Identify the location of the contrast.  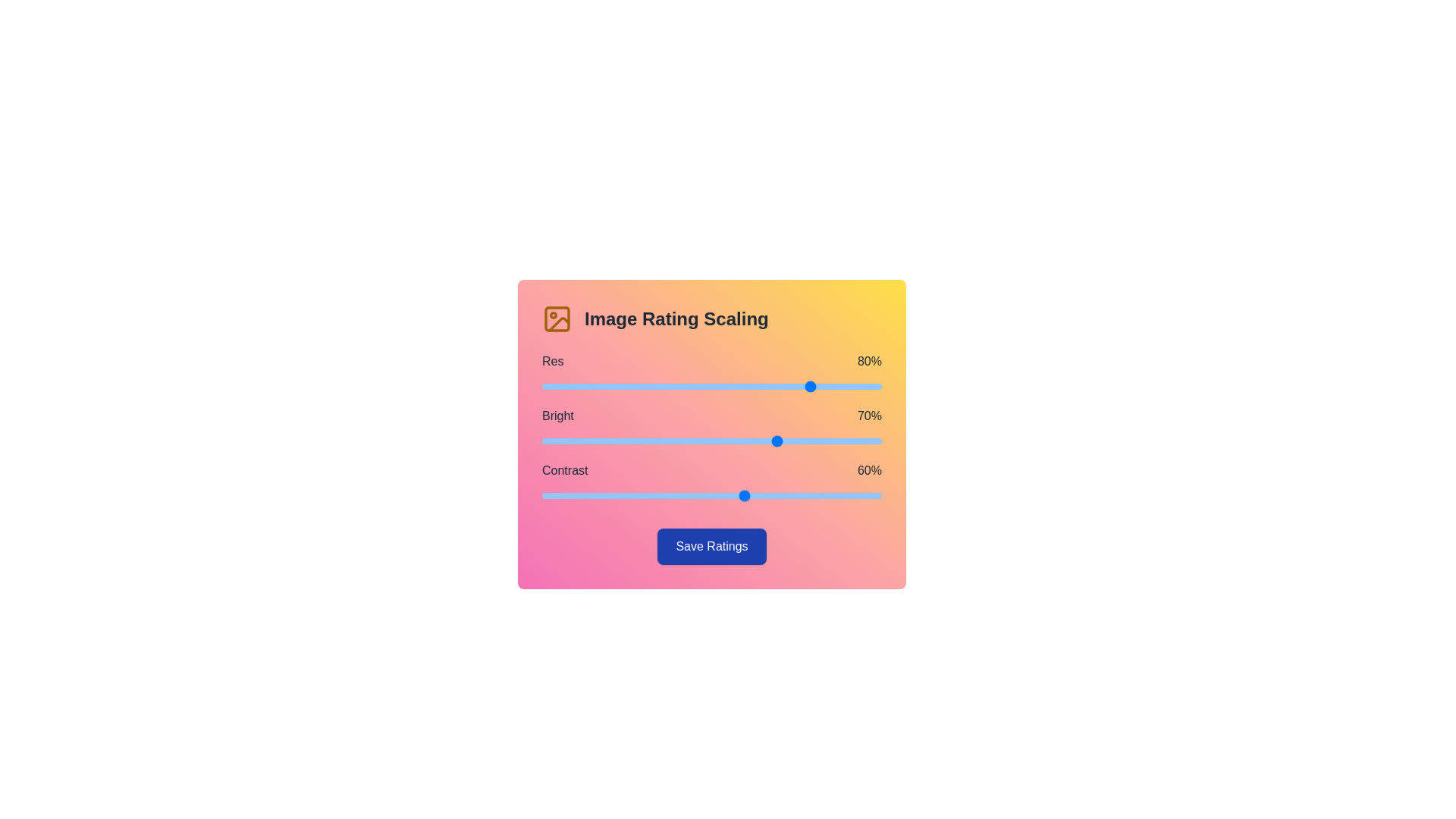
(572, 496).